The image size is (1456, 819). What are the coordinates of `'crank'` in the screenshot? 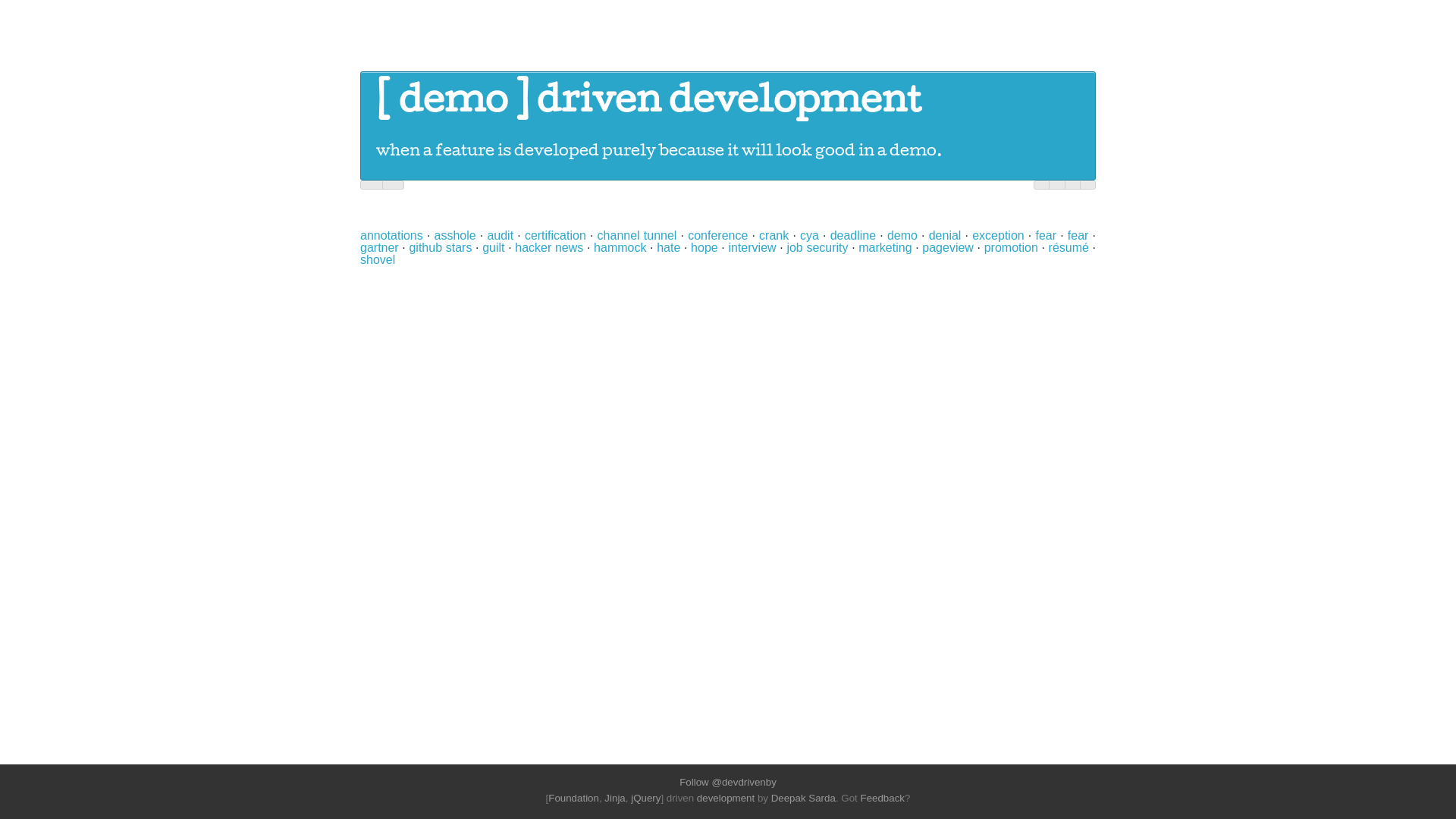 It's located at (773, 235).